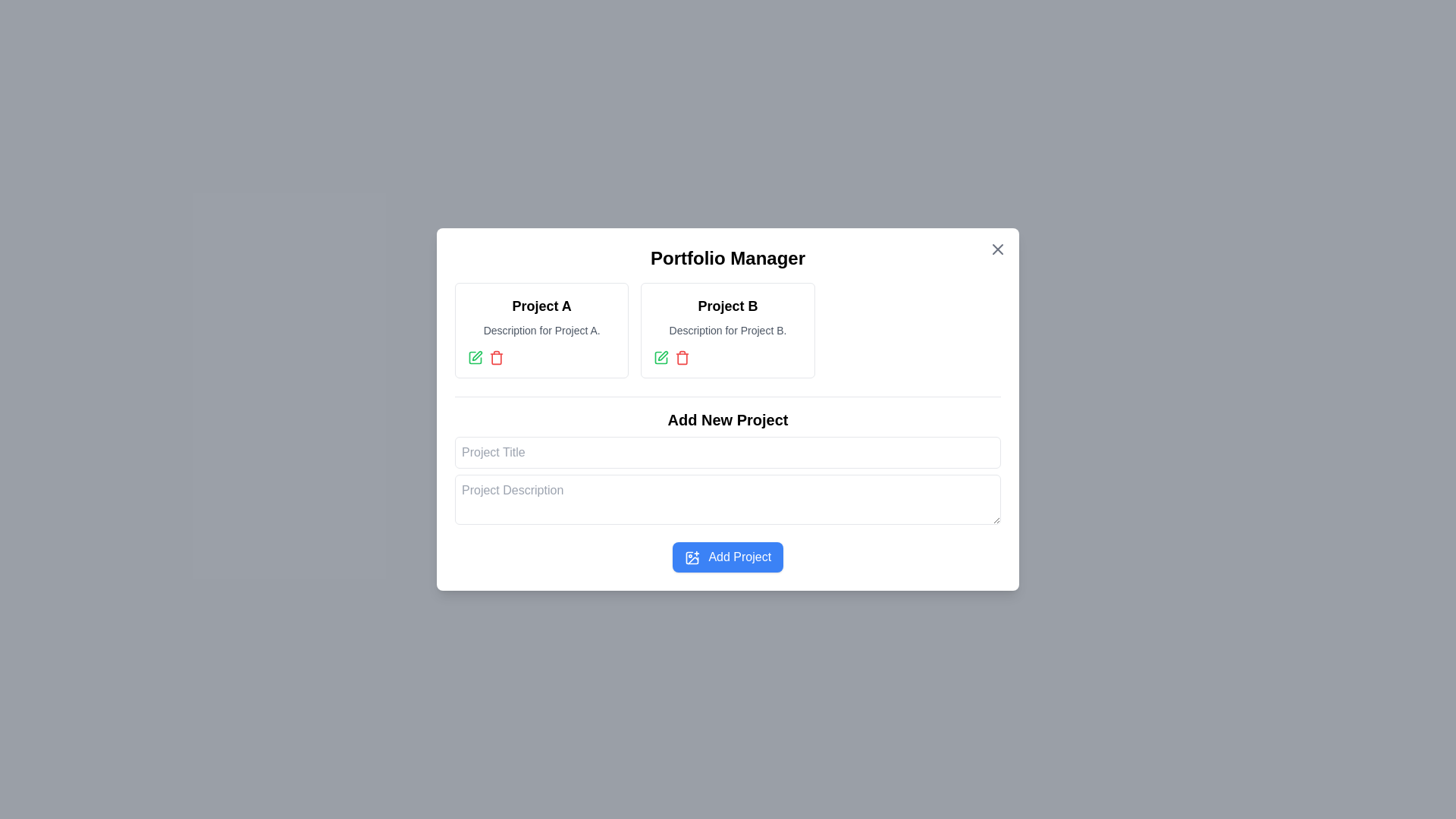 The width and height of the screenshot is (1456, 819). I want to click on the non-interactive title or label that indicates where users can add a new project, which is positioned above the input fields for project title and description, so click(728, 420).